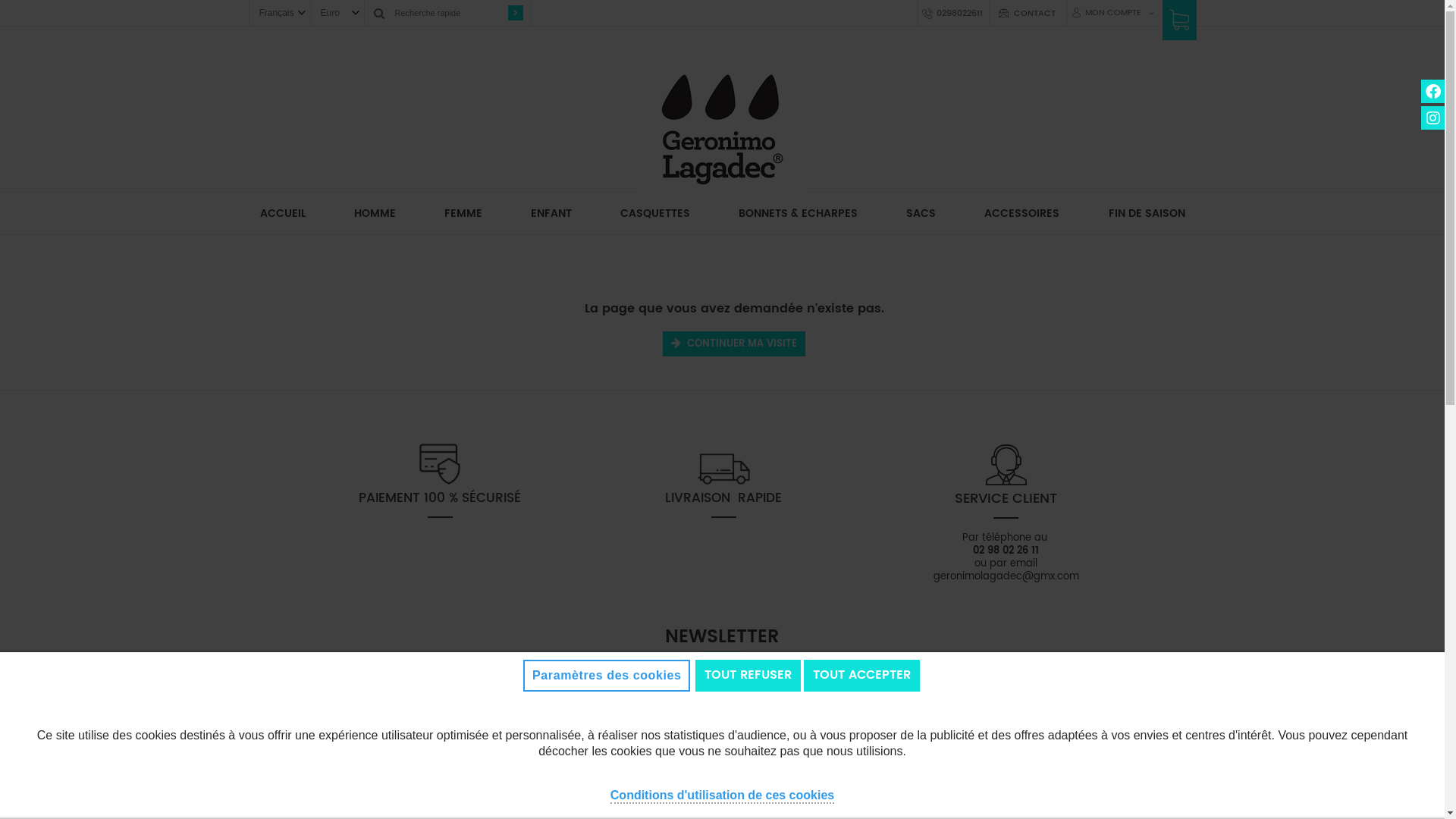  What do you see at coordinates (283, 213) in the screenshot?
I see `'ACCUEIL'` at bounding box center [283, 213].